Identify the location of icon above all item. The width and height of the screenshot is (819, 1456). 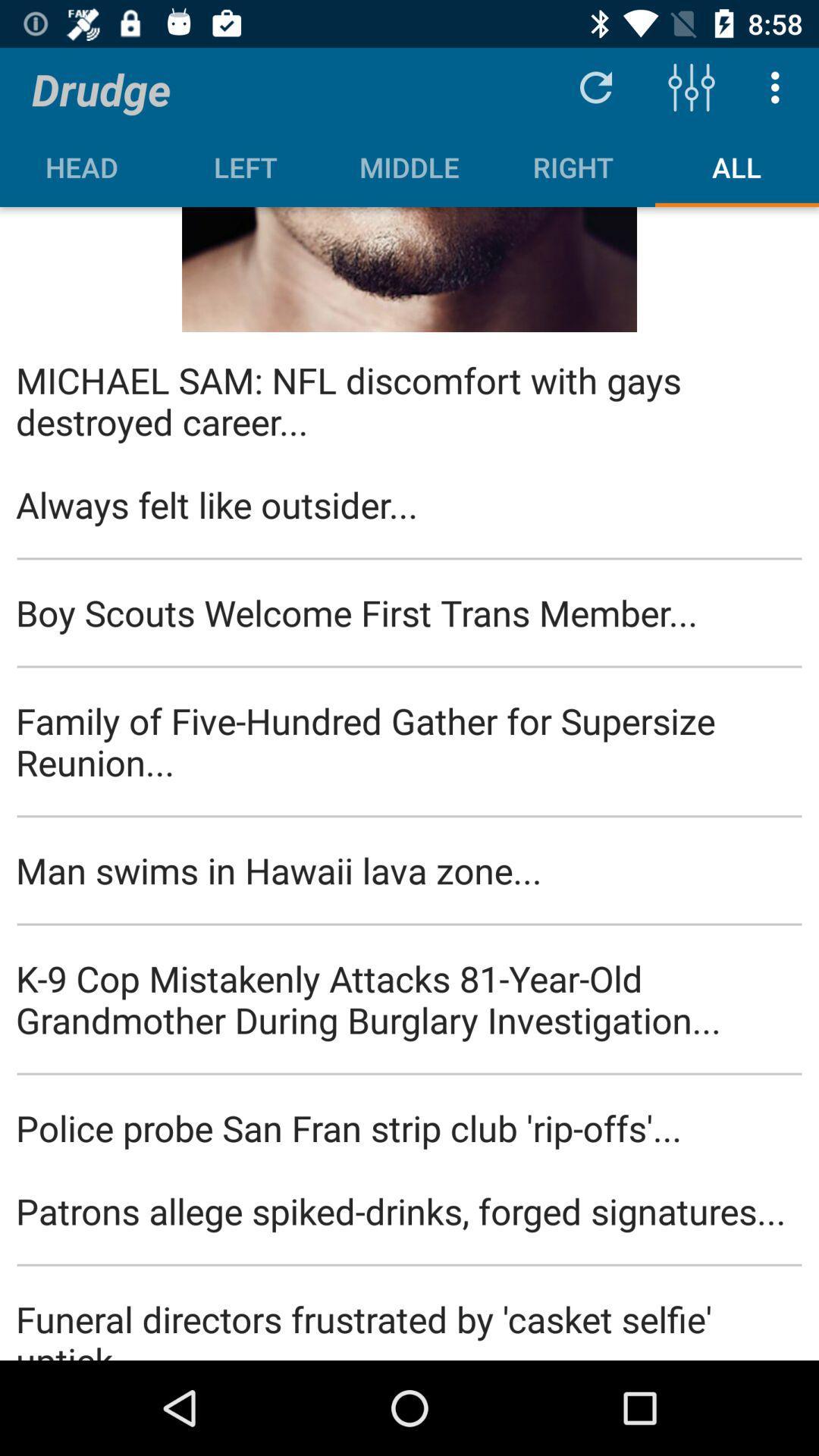
(691, 86).